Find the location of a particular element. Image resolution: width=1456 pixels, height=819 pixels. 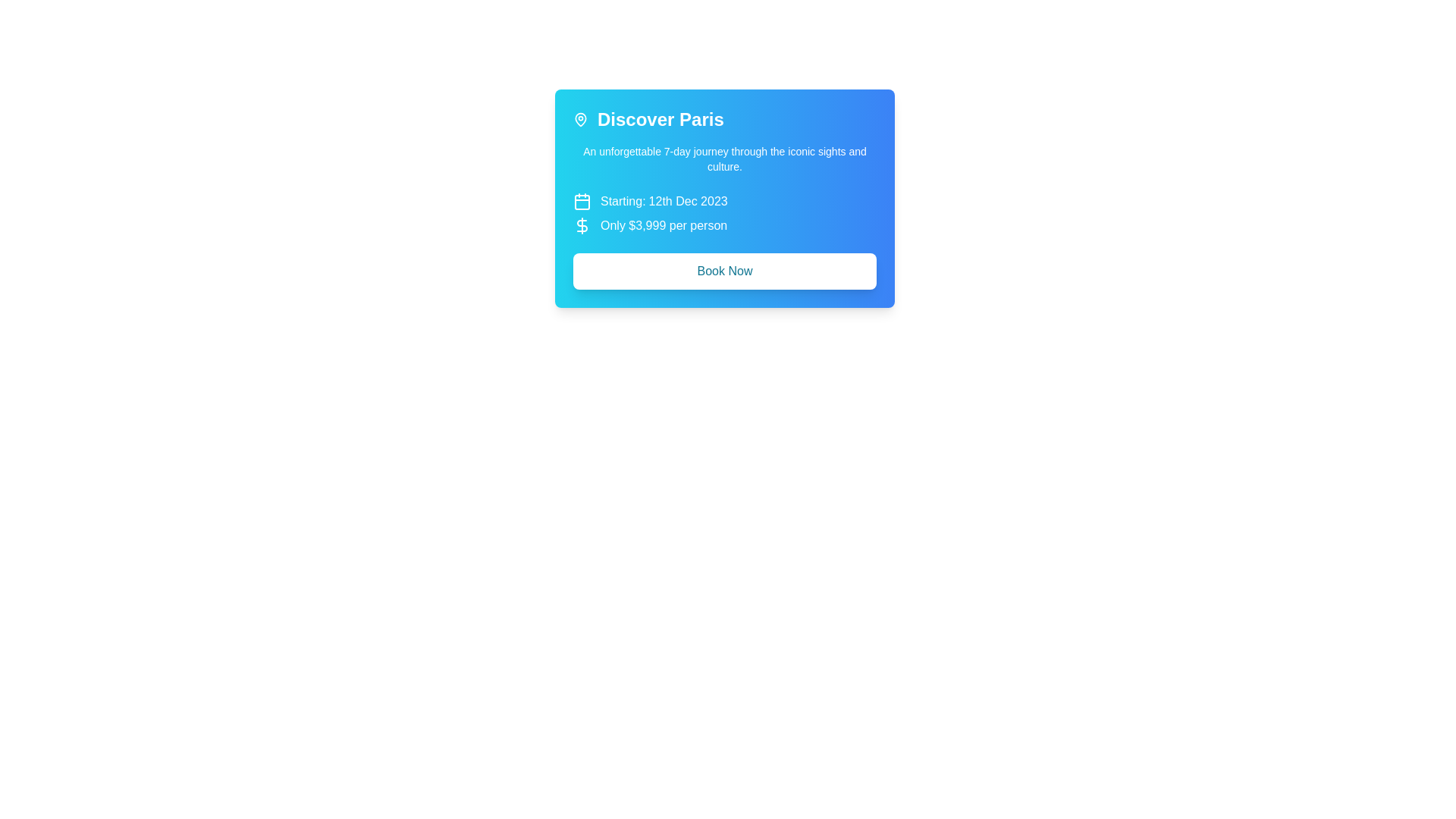

the button located below the 'Discover Paris' tour advertisement to proceed with booking the tour is located at coordinates (723, 271).